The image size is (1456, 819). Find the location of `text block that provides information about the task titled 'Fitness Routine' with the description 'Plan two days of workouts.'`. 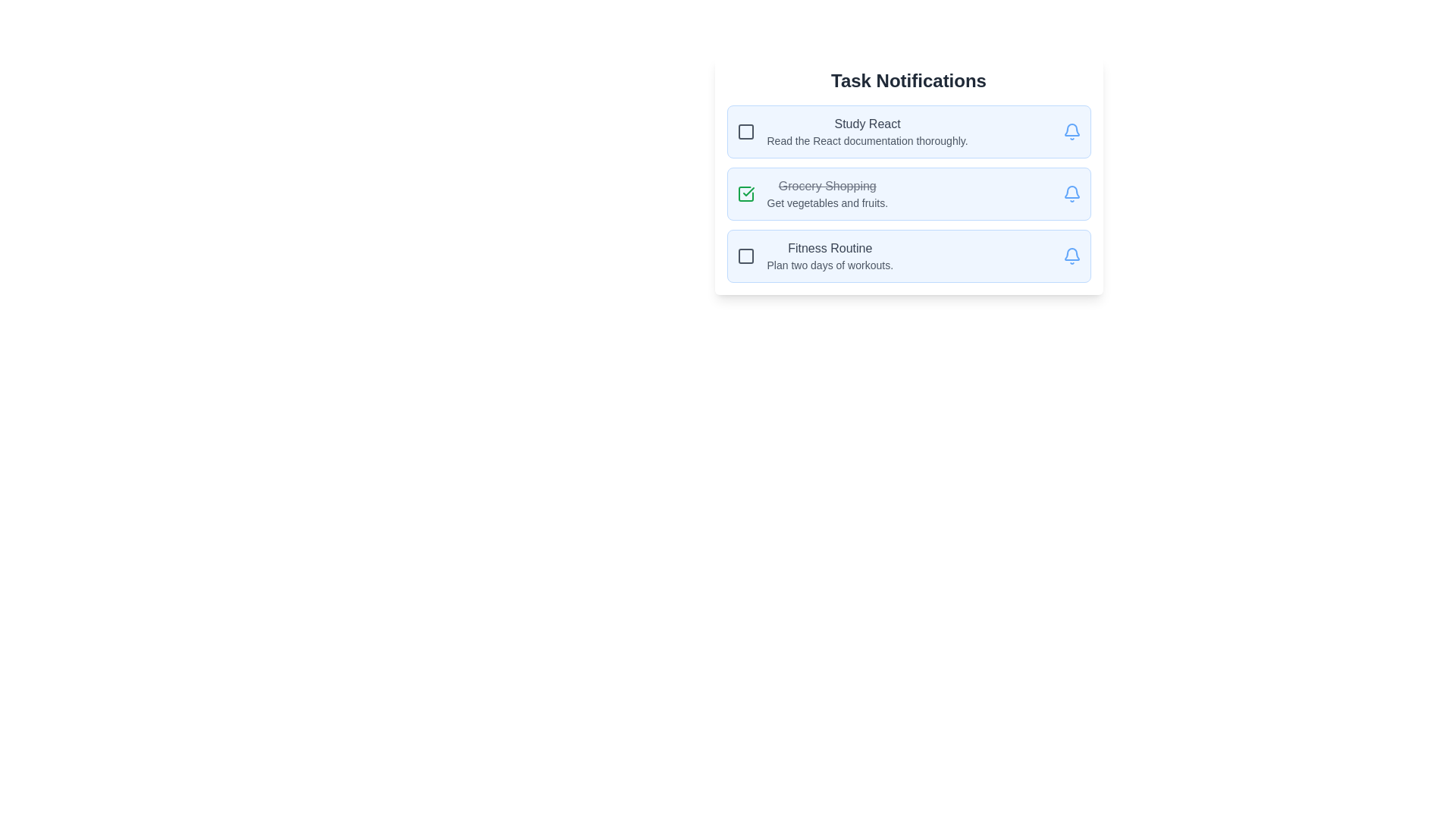

text block that provides information about the task titled 'Fitness Routine' with the description 'Plan two days of workouts.' is located at coordinates (829, 256).